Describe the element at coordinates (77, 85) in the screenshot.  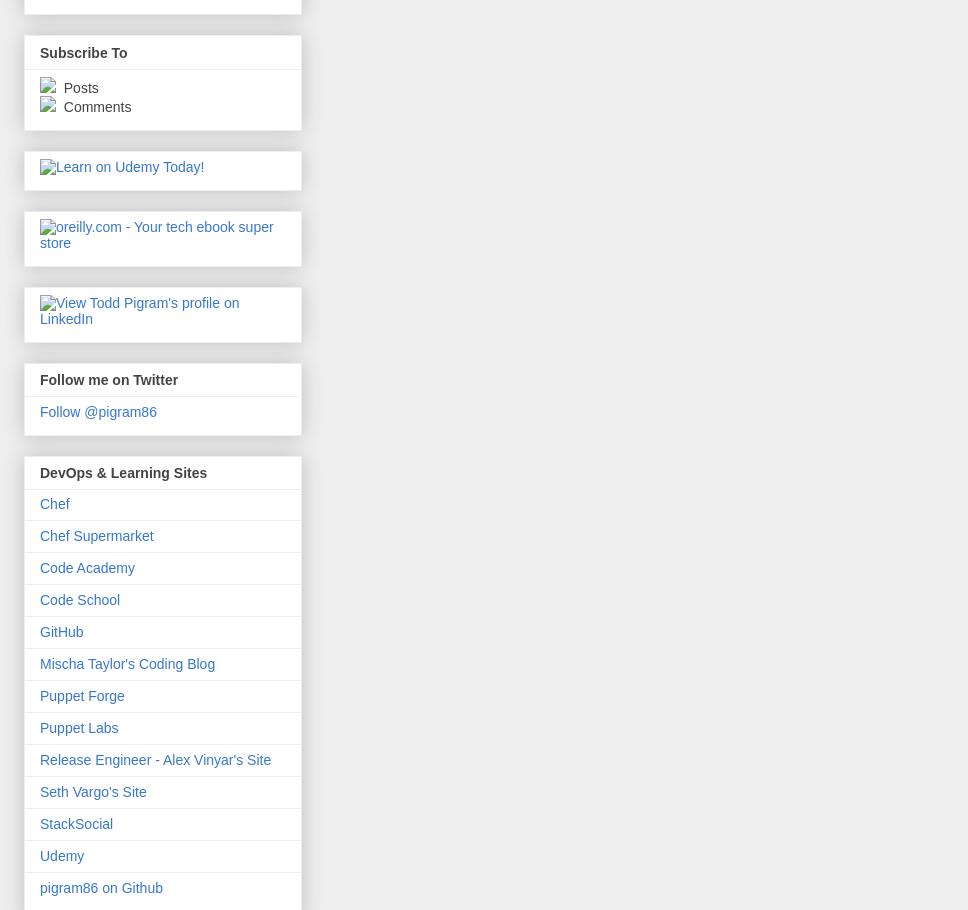
I see `'Posts'` at that location.